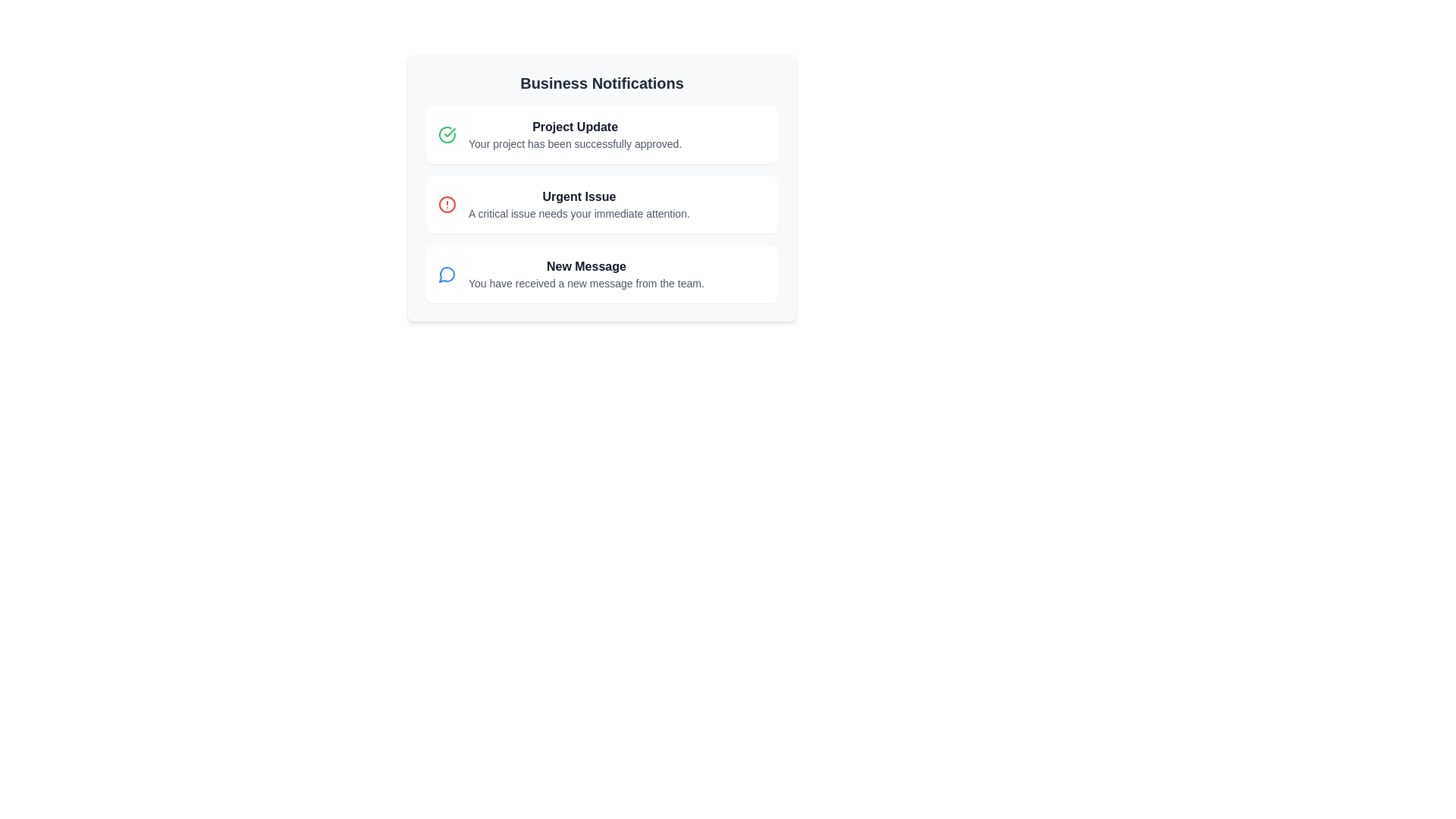 The image size is (1456, 819). What do you see at coordinates (585, 275) in the screenshot?
I see `the presence of the third notification in the list under 'Business Notifications', which informs the user about a new message received from the team` at bounding box center [585, 275].